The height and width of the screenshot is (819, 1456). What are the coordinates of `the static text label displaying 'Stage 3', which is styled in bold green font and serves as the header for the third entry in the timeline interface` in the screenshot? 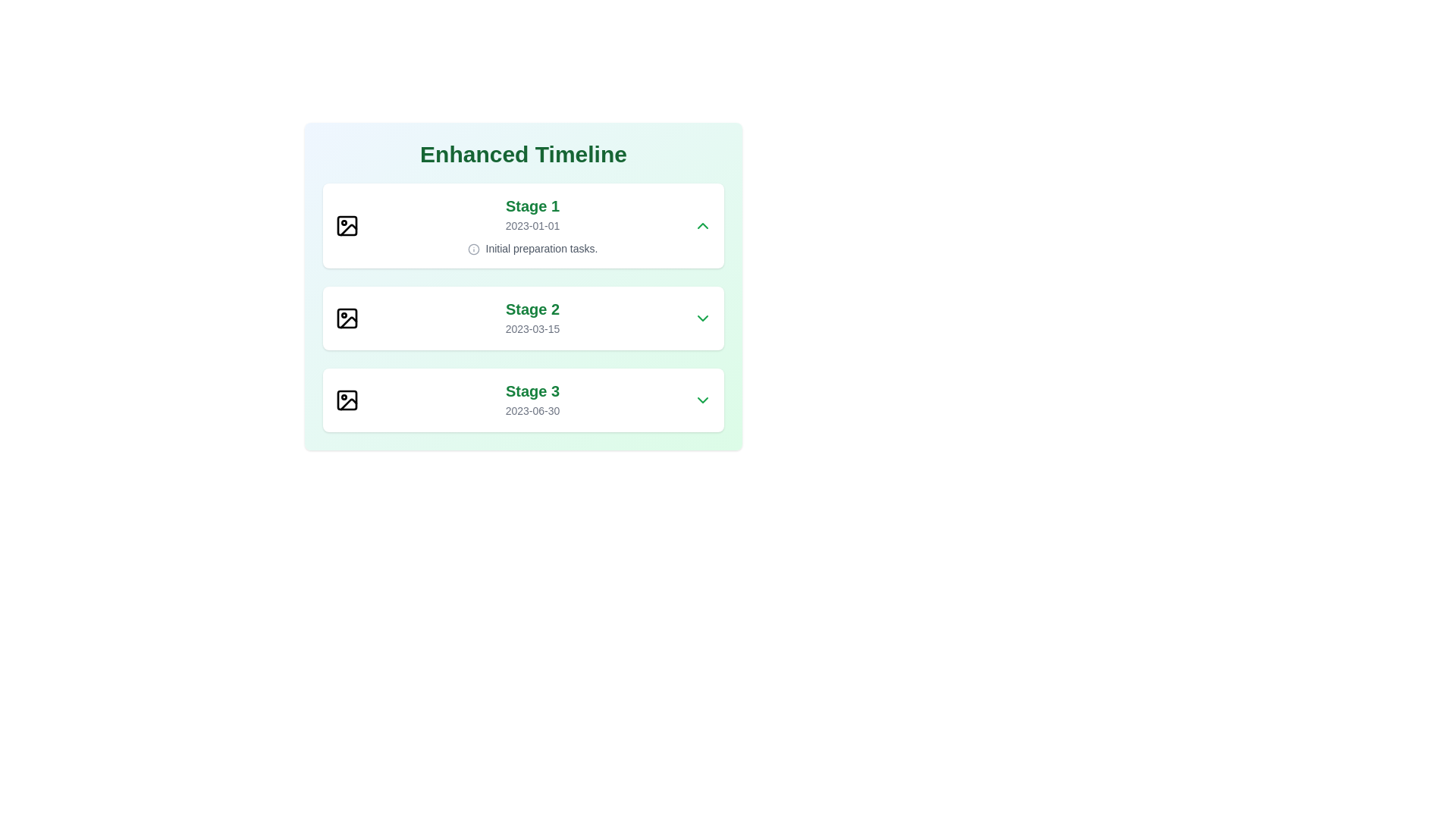 It's located at (532, 391).